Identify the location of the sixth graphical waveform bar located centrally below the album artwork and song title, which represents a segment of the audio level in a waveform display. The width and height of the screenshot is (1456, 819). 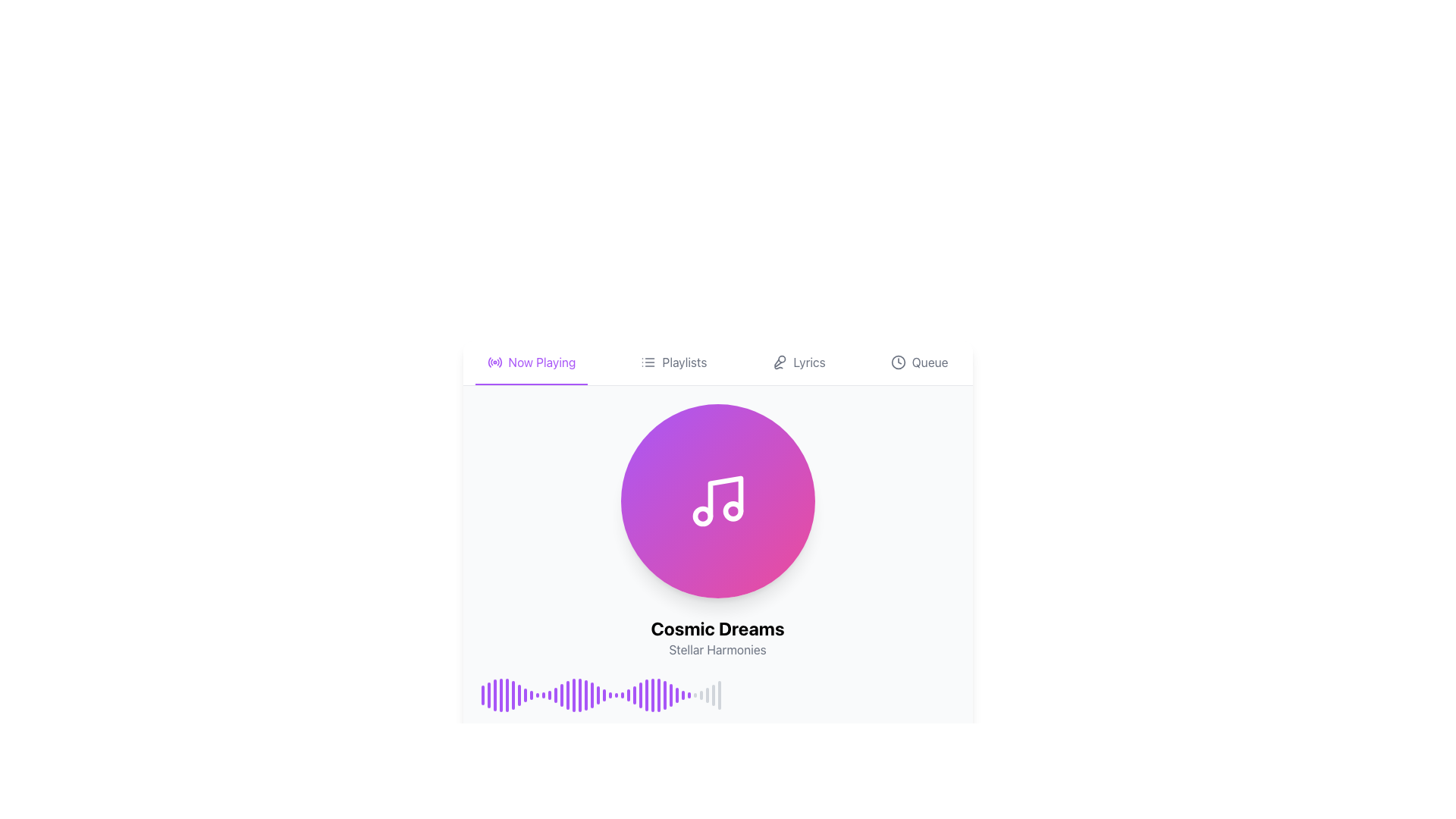
(513, 695).